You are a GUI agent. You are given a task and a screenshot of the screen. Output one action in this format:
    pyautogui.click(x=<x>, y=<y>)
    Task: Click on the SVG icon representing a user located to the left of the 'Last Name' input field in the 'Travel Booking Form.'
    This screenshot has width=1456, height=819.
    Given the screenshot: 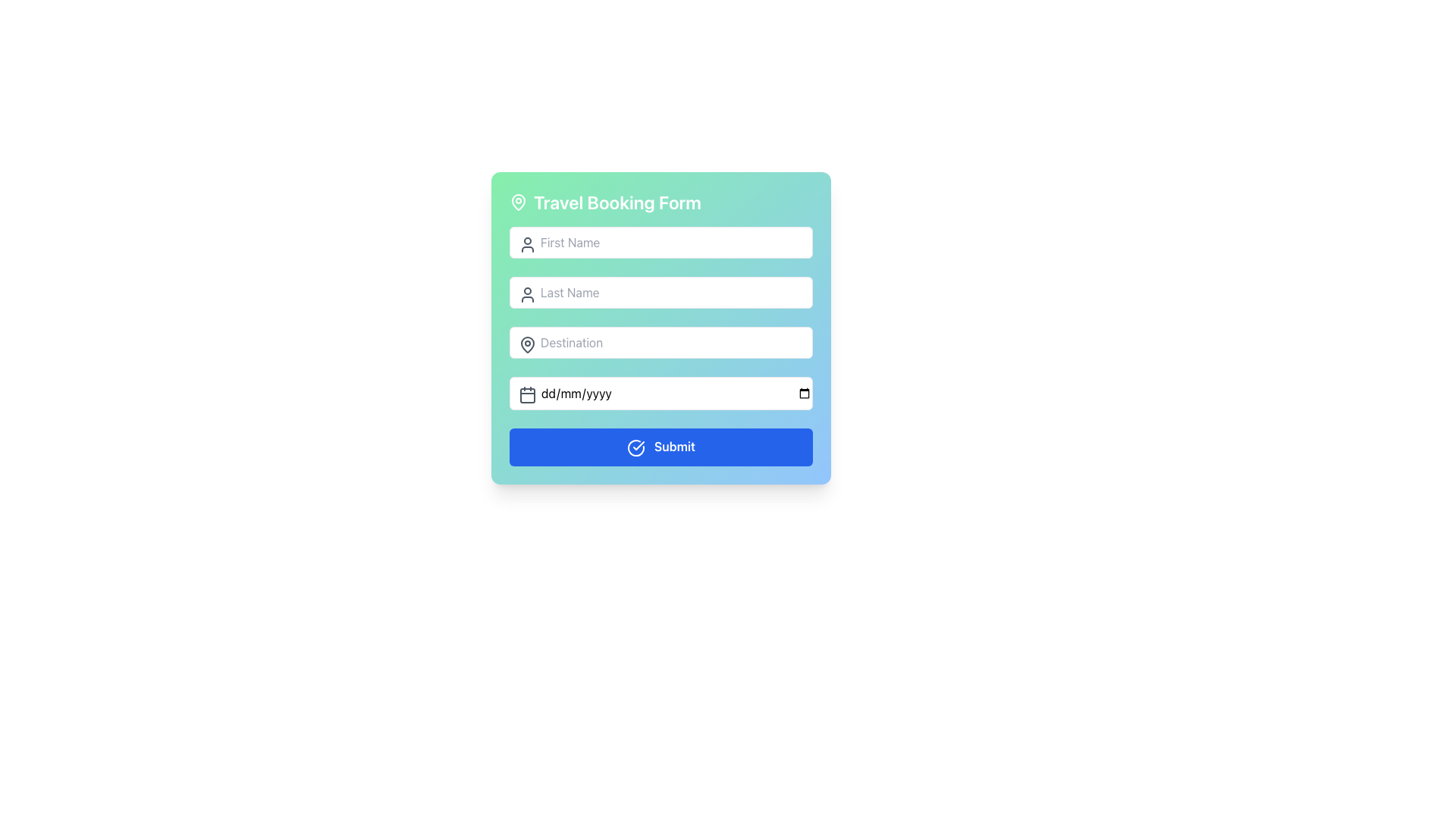 What is the action you would take?
    pyautogui.click(x=528, y=295)
    